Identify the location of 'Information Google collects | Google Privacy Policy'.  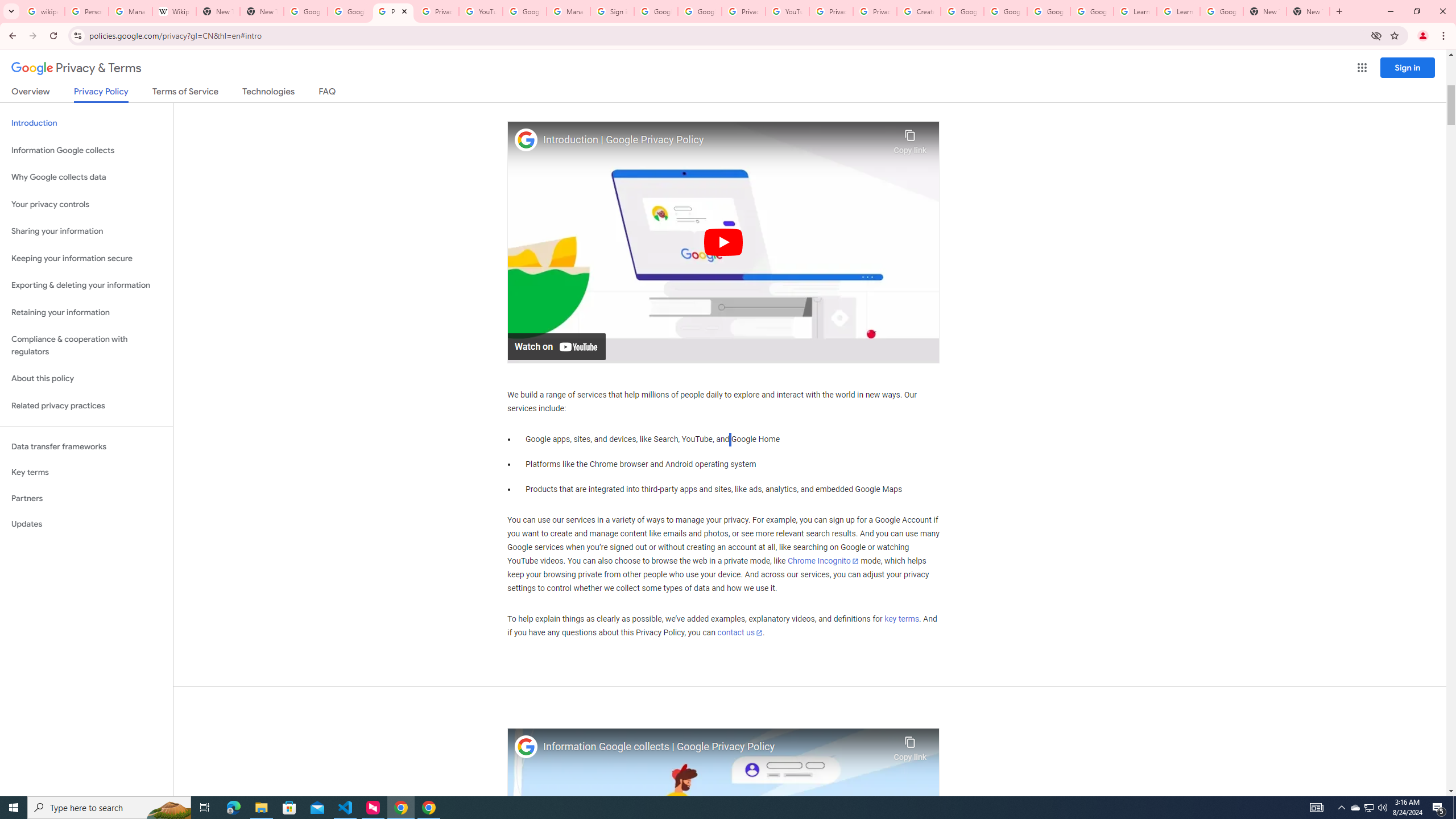
(715, 747).